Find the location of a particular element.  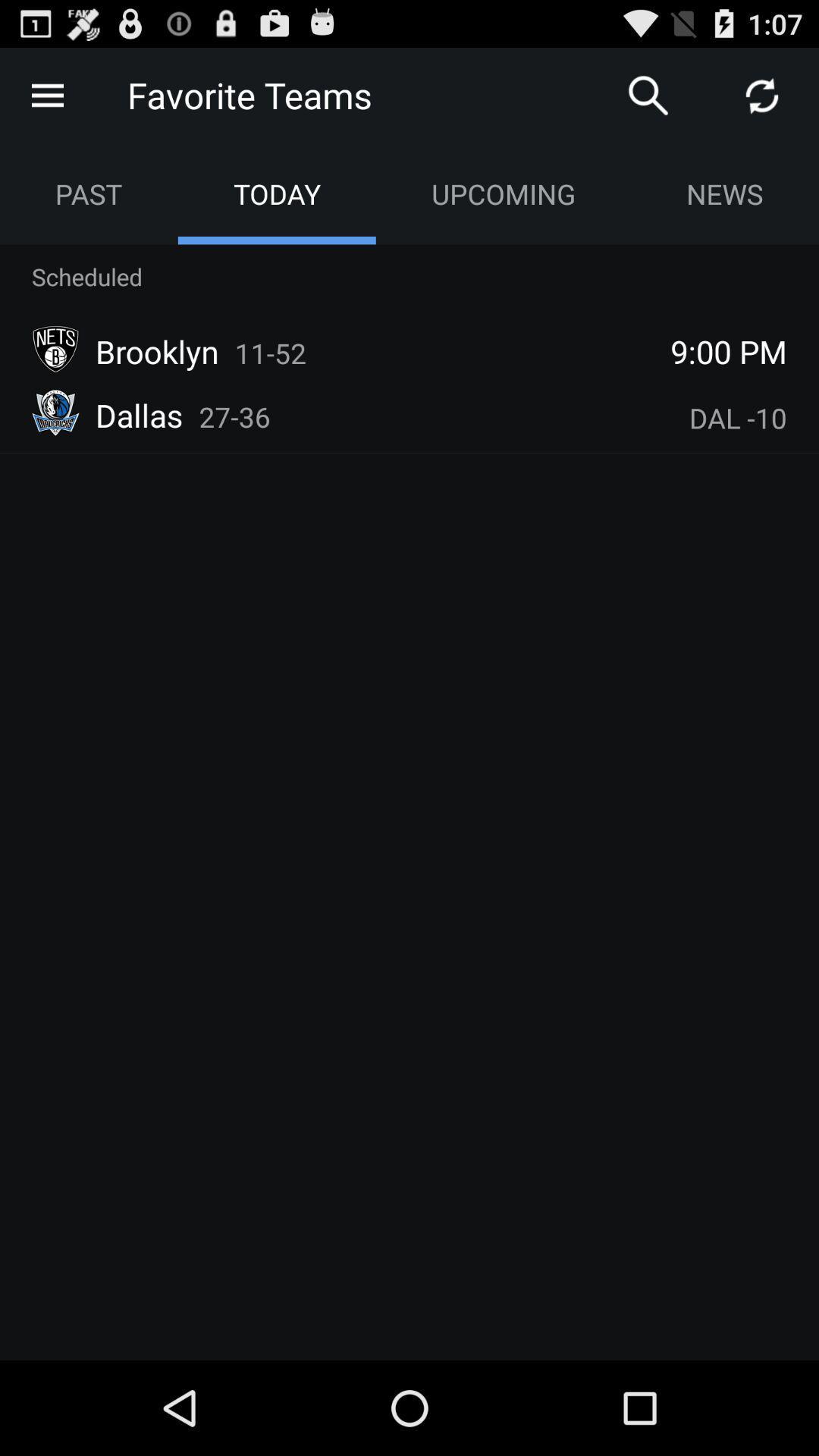

search is located at coordinates (648, 94).